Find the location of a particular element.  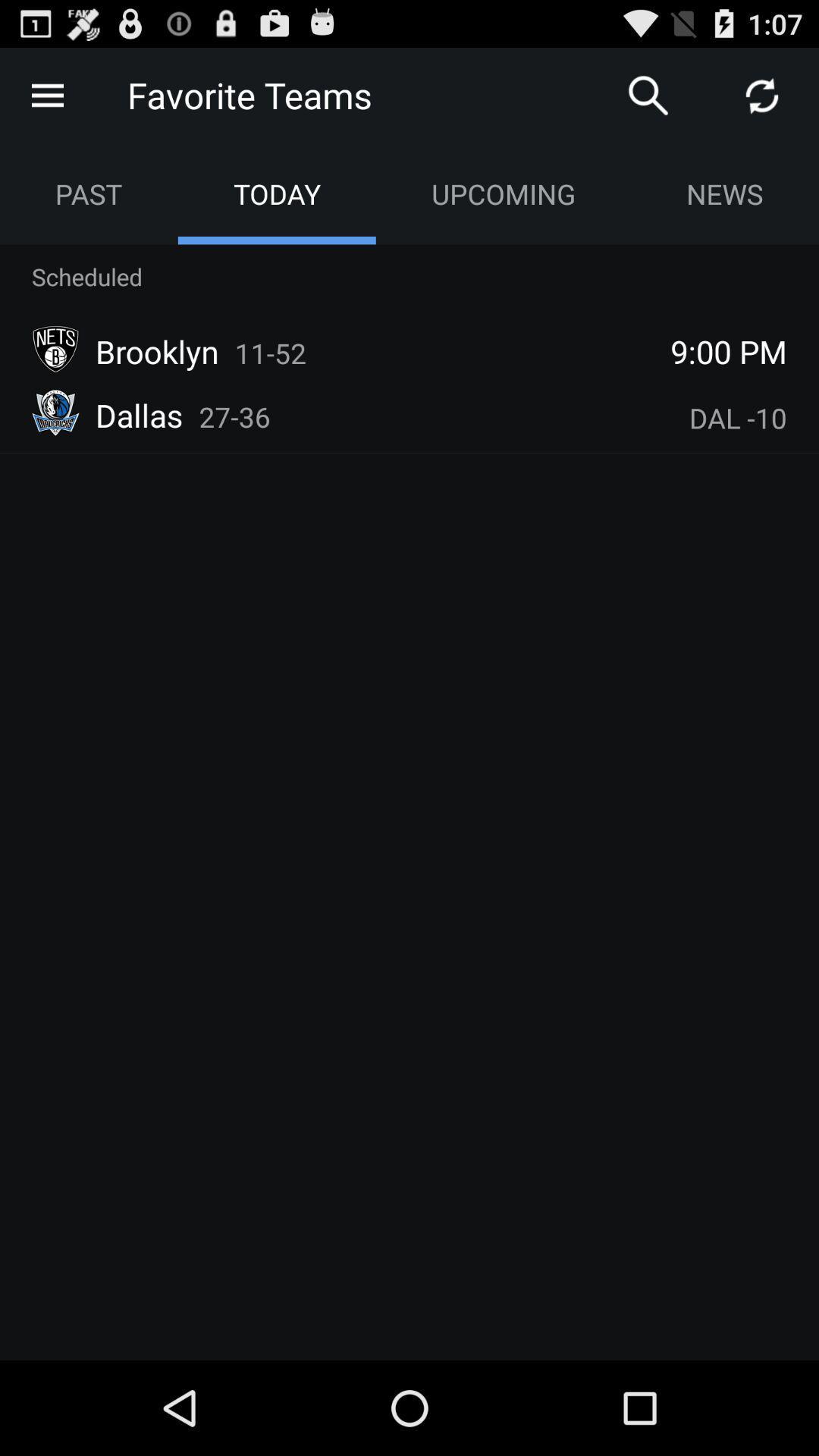

search is located at coordinates (648, 94).